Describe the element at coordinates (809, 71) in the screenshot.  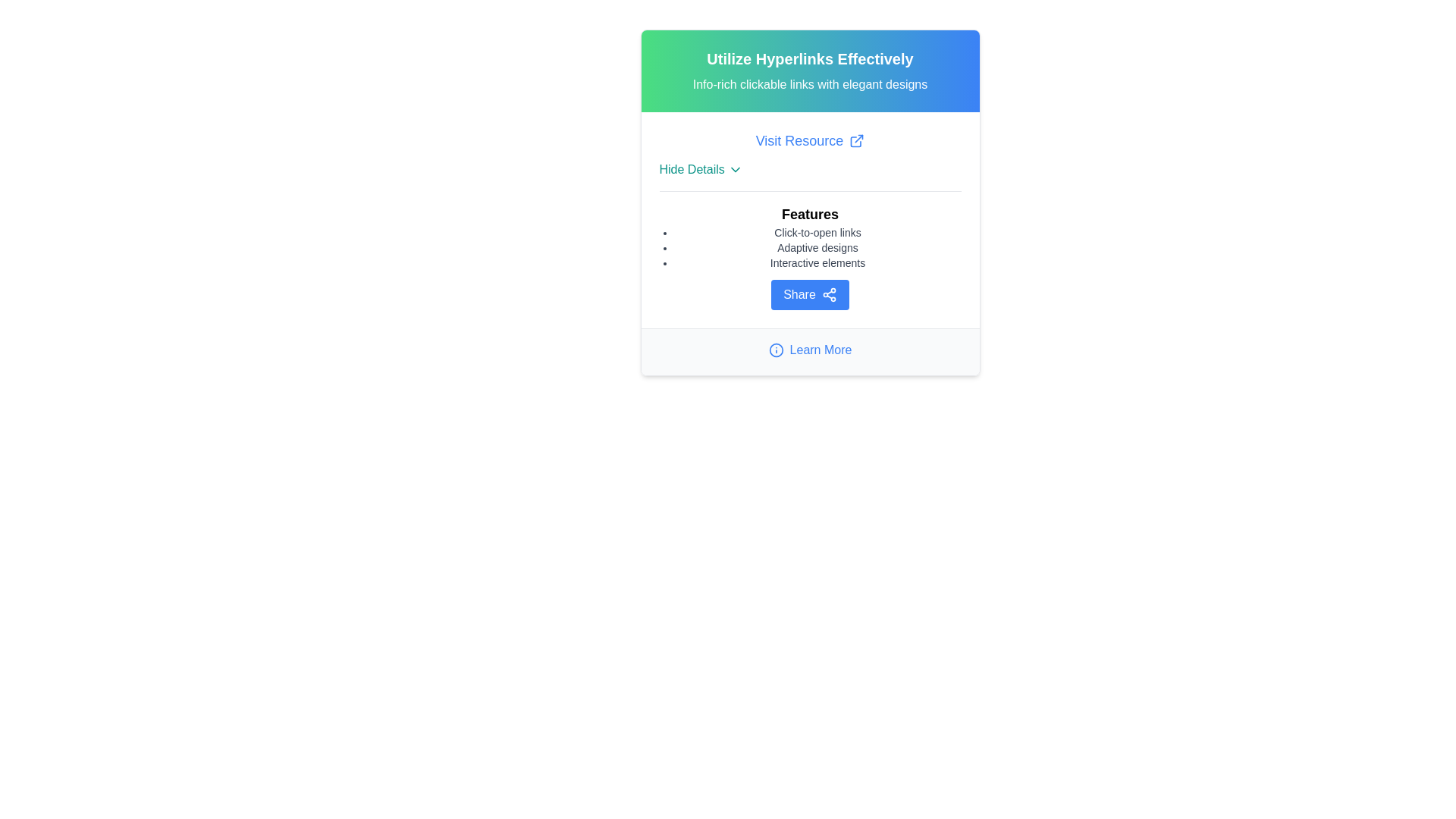
I see `the rectangular banner-like component with a gradient background that reads 'Utilize Hyperlinks Effectively' and 'Info-rich clickable links with elegant designs'` at that location.